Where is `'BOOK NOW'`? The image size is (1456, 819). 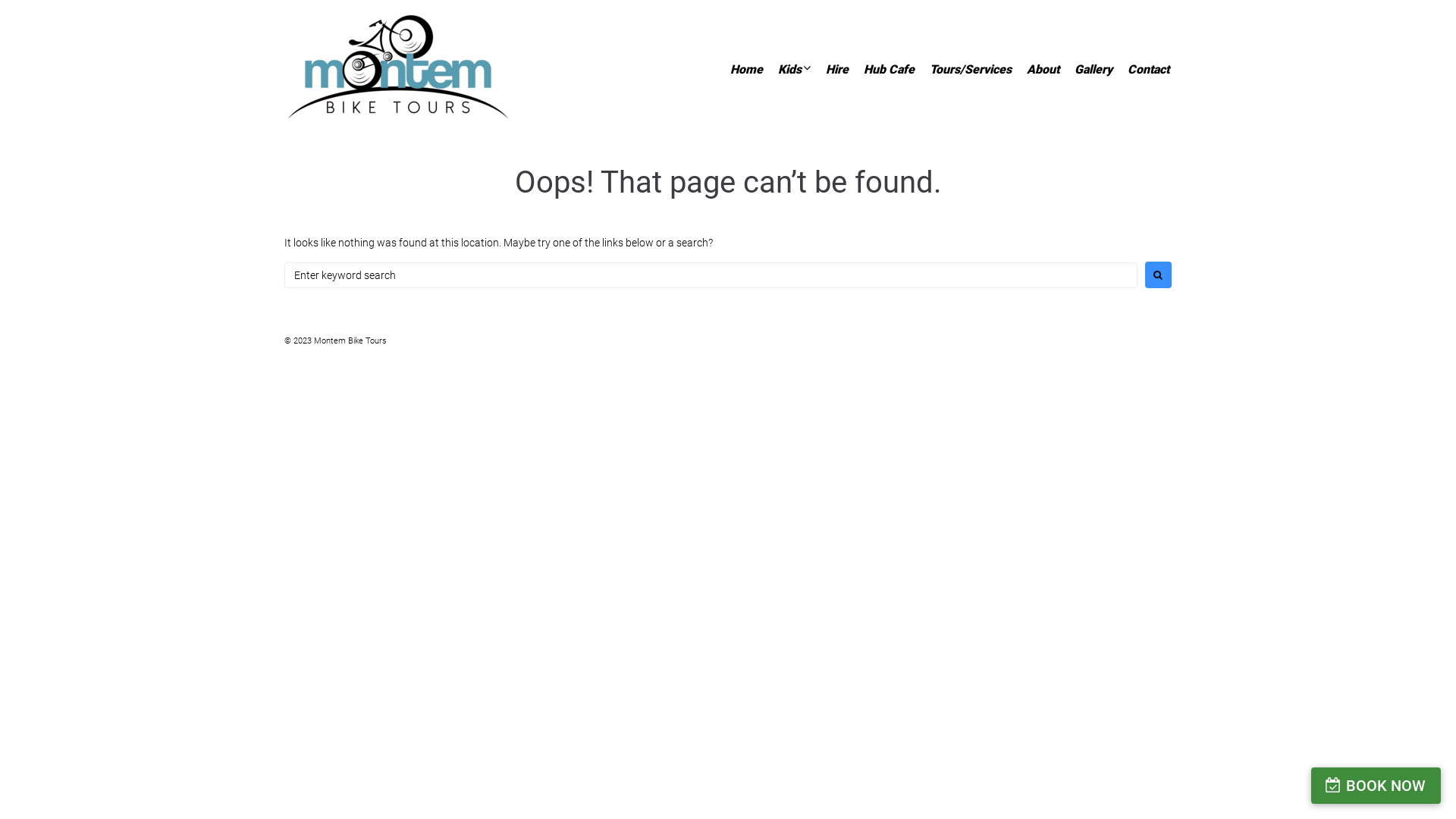 'BOOK NOW' is located at coordinates (1310, 785).